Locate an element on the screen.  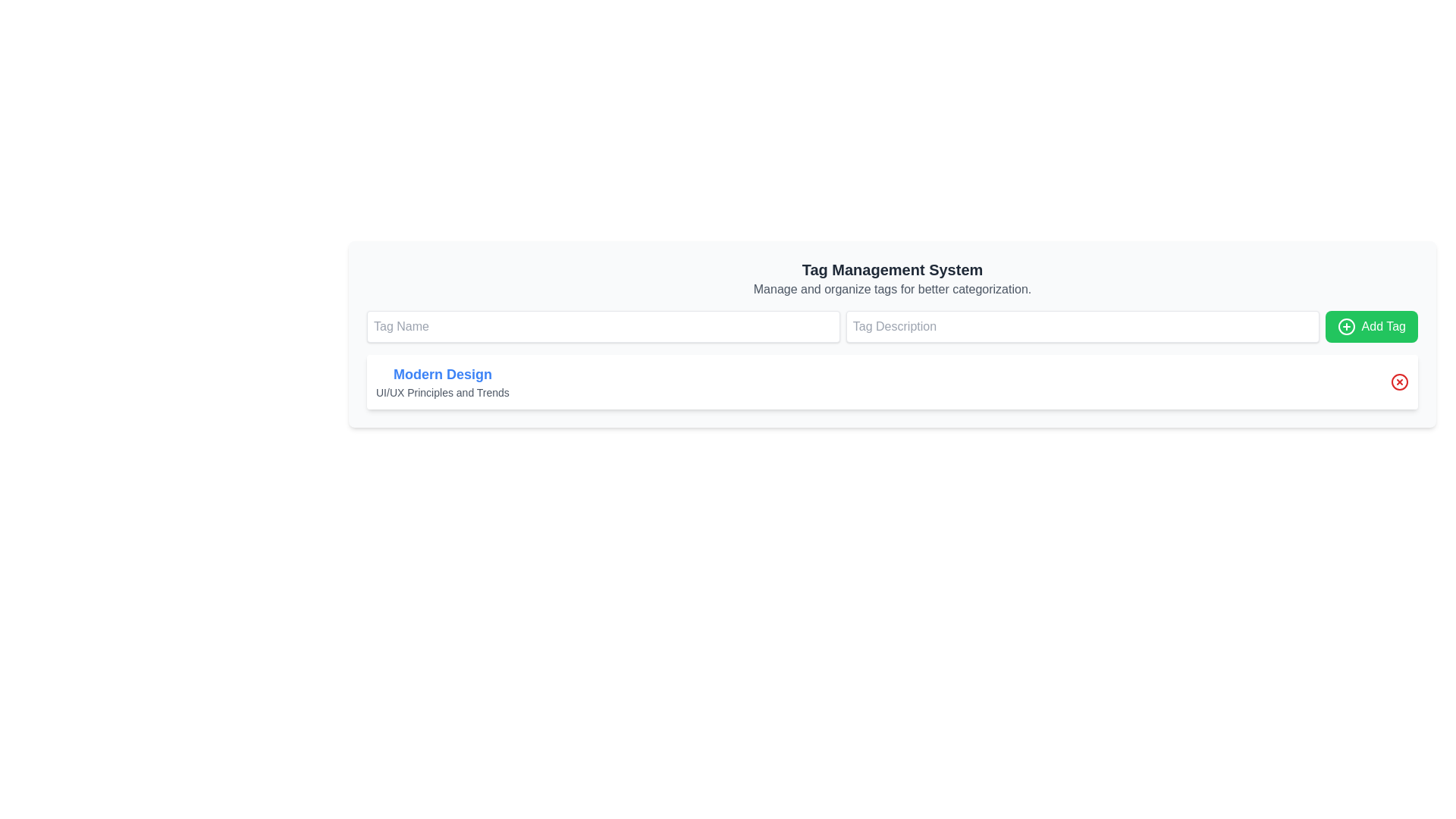
the label containing the text 'Manage and organize tags for better categorization.' which is located below the title 'Tag Management System' is located at coordinates (892, 289).